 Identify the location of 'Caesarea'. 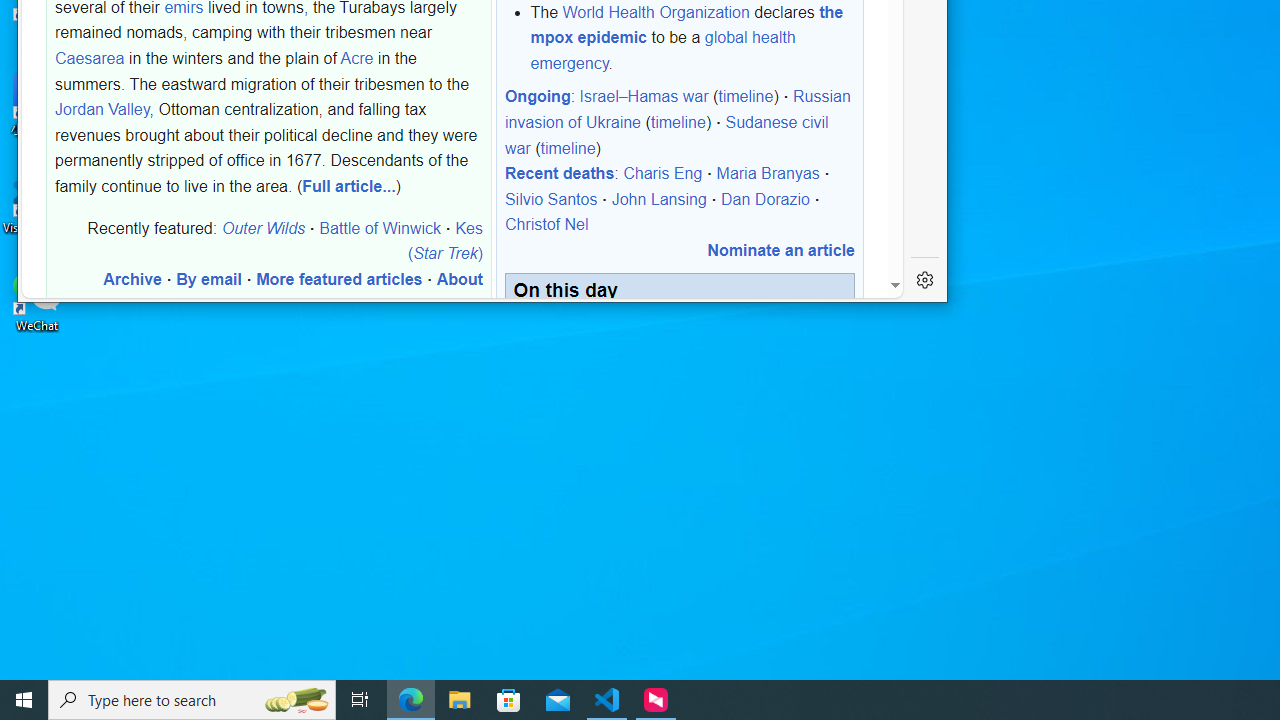
(89, 57).